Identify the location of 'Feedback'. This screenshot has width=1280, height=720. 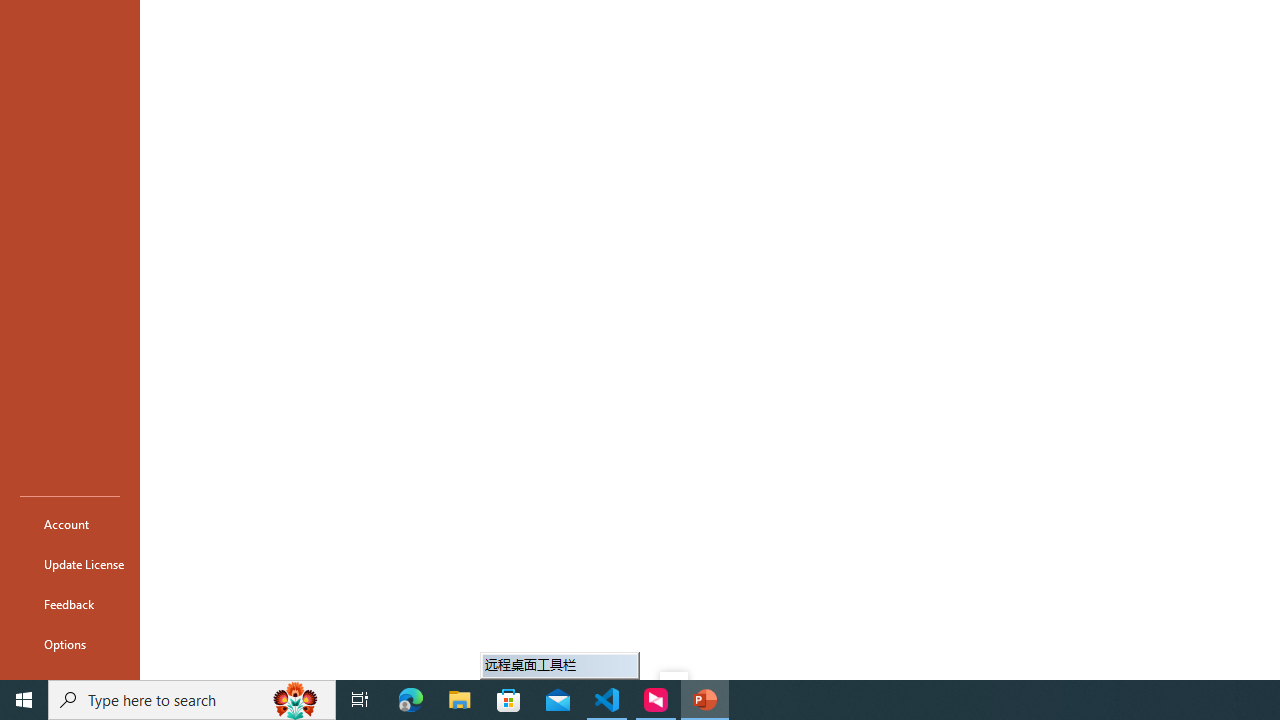
(69, 603).